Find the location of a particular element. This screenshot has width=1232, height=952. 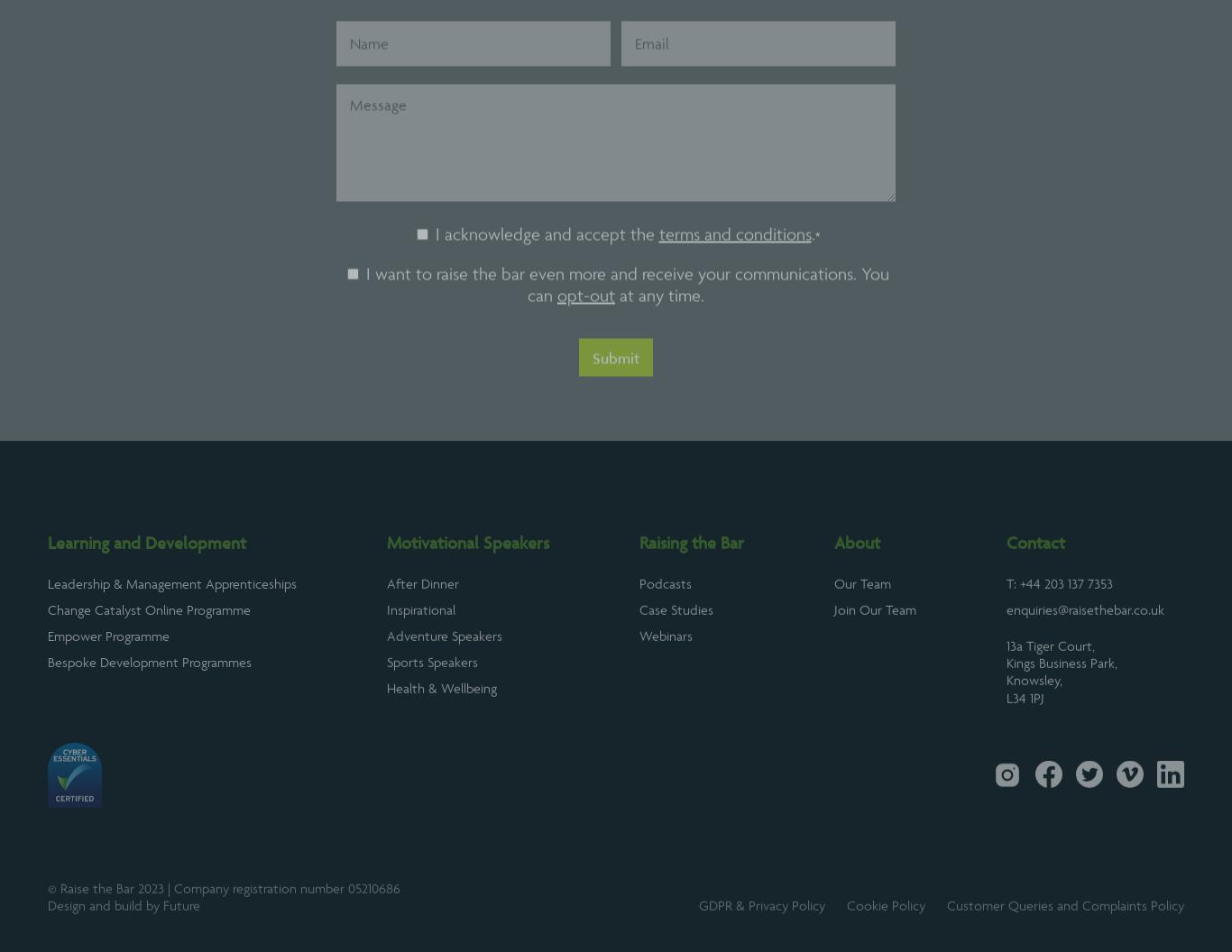

'terms and conditions' is located at coordinates (733, 284).